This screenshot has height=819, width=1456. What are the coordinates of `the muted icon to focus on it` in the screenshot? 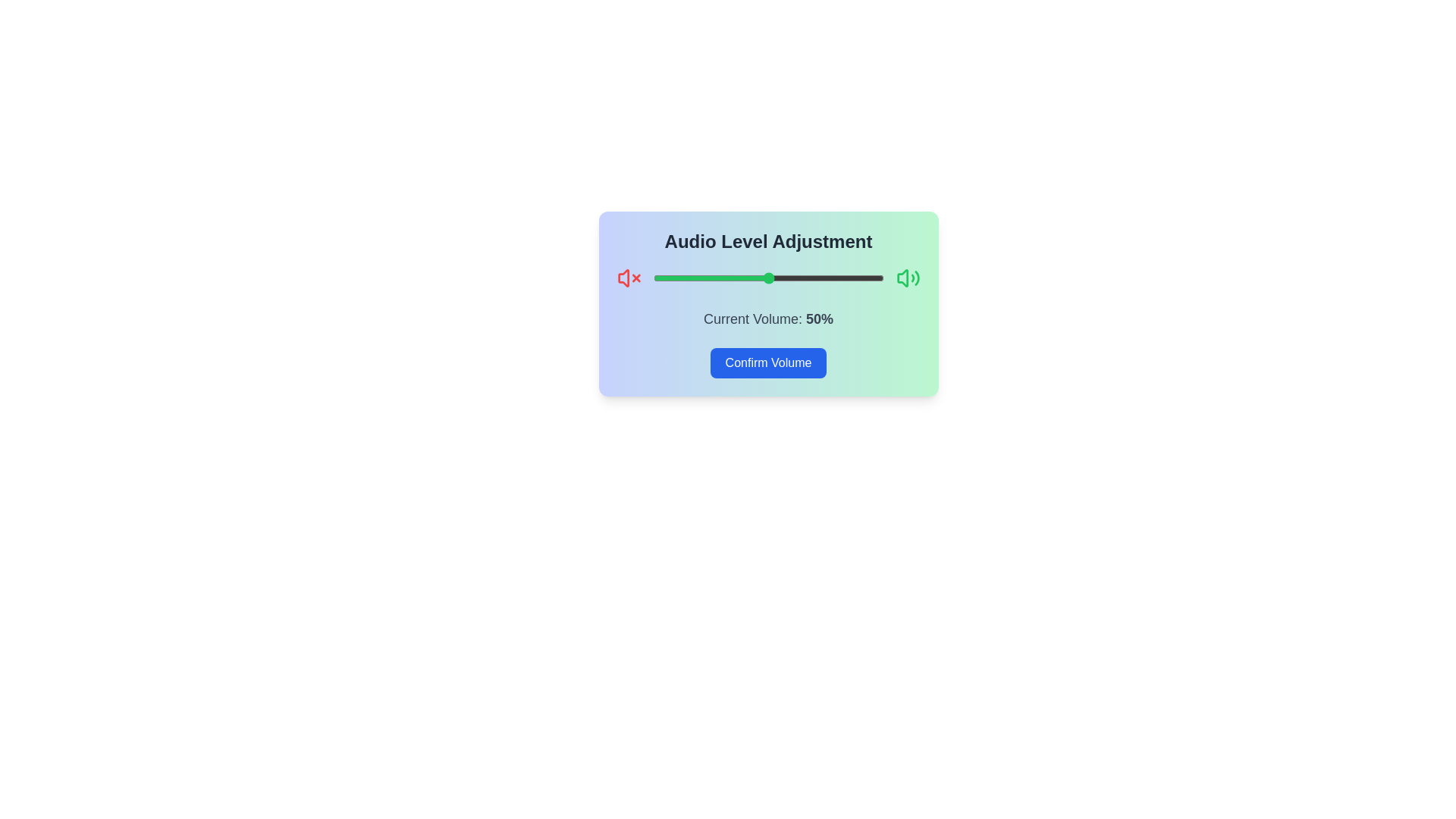 It's located at (629, 278).